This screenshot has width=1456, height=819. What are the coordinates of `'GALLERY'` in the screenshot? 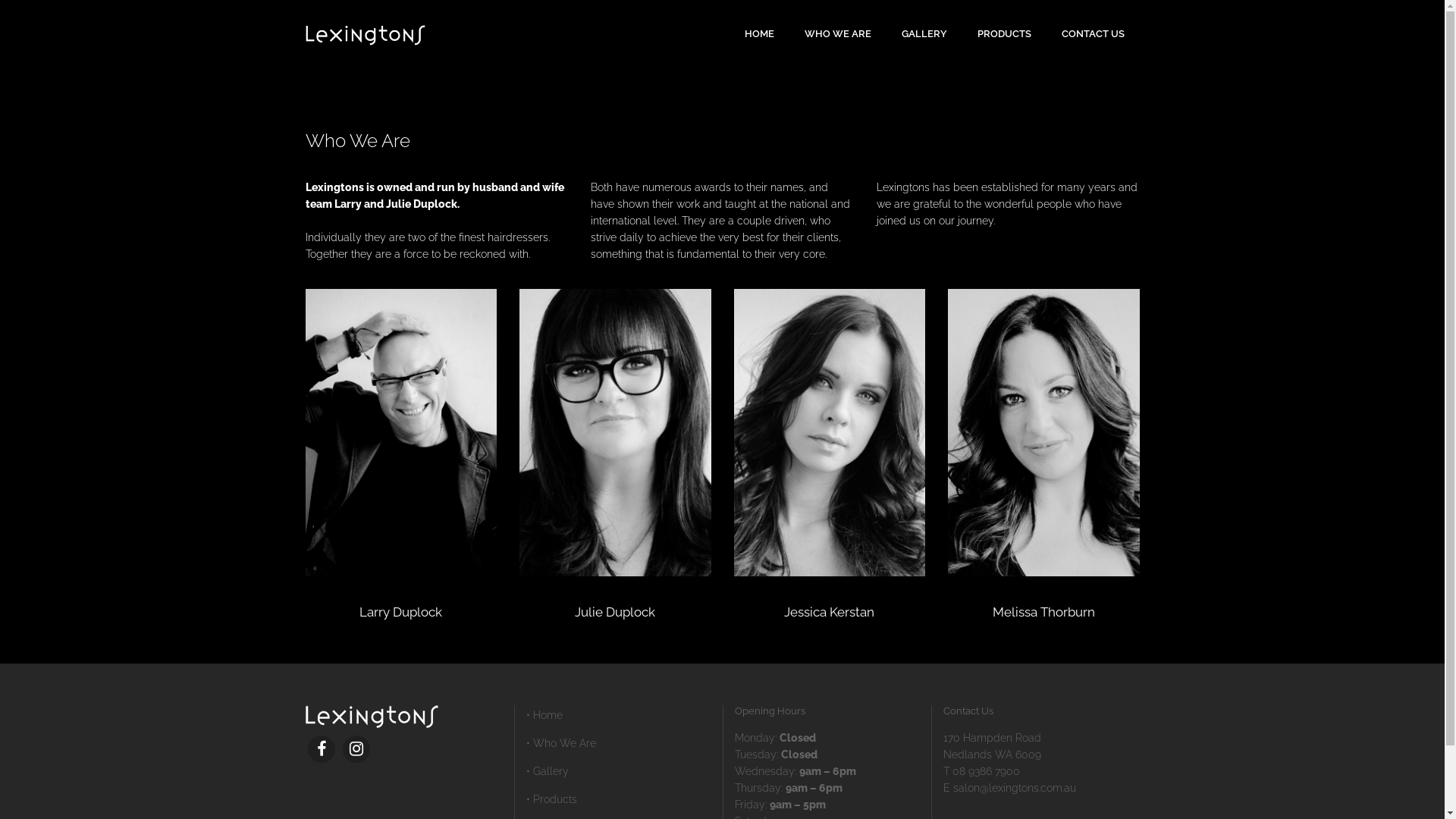 It's located at (923, 34).